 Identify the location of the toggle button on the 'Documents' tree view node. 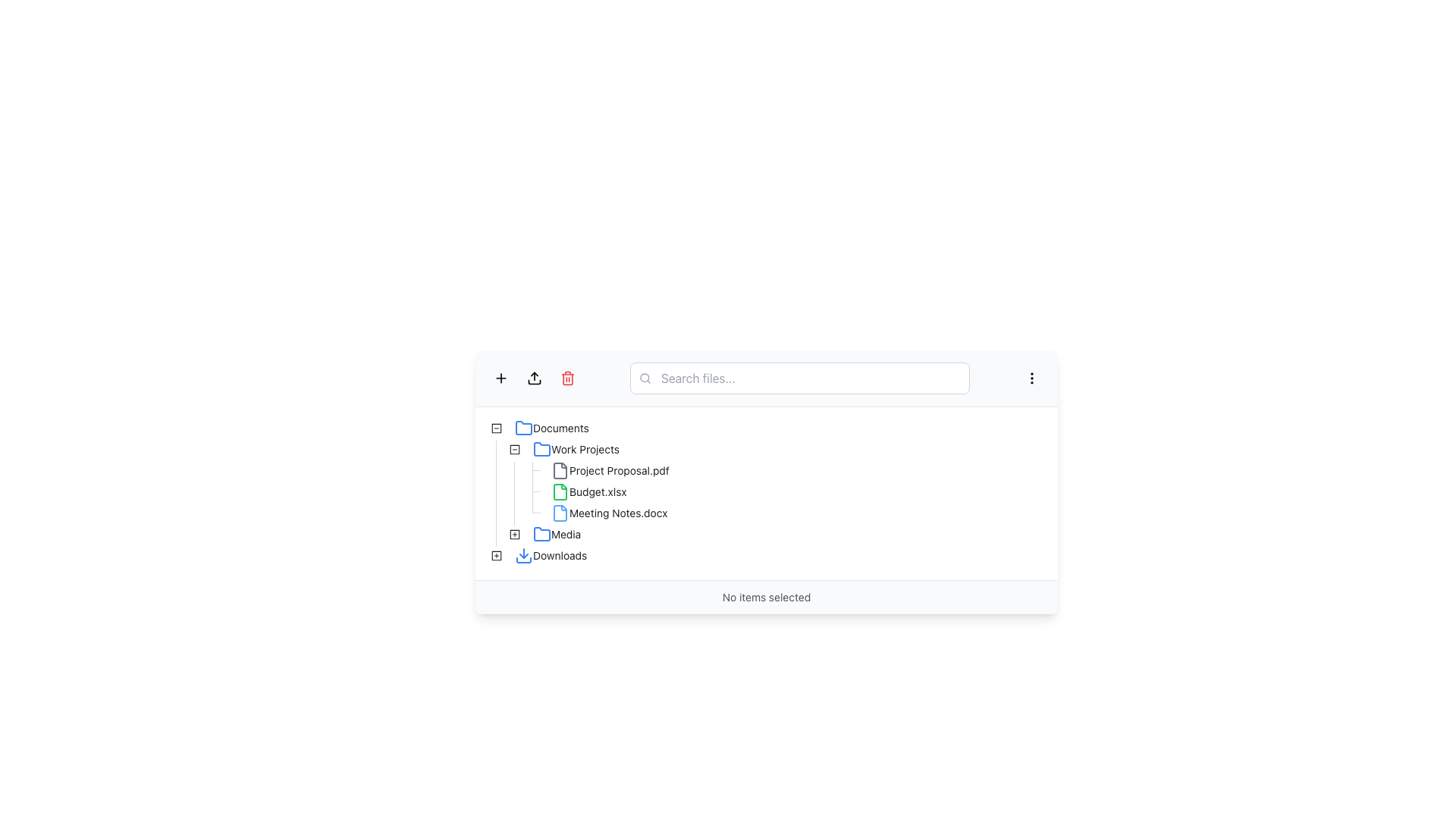
(541, 428).